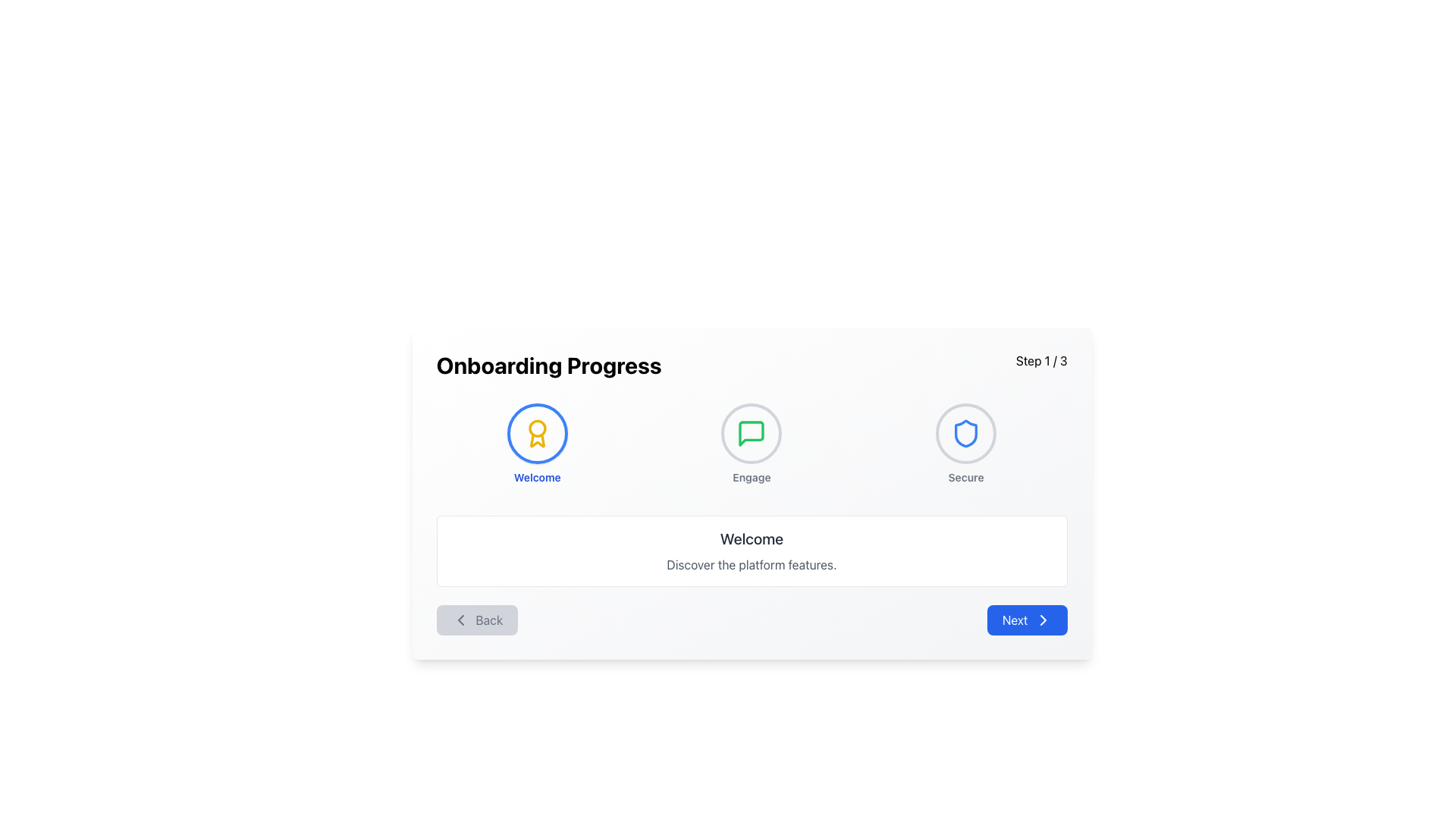  Describe the element at coordinates (752, 538) in the screenshot. I see `the text label that serves as a title or heading` at that location.